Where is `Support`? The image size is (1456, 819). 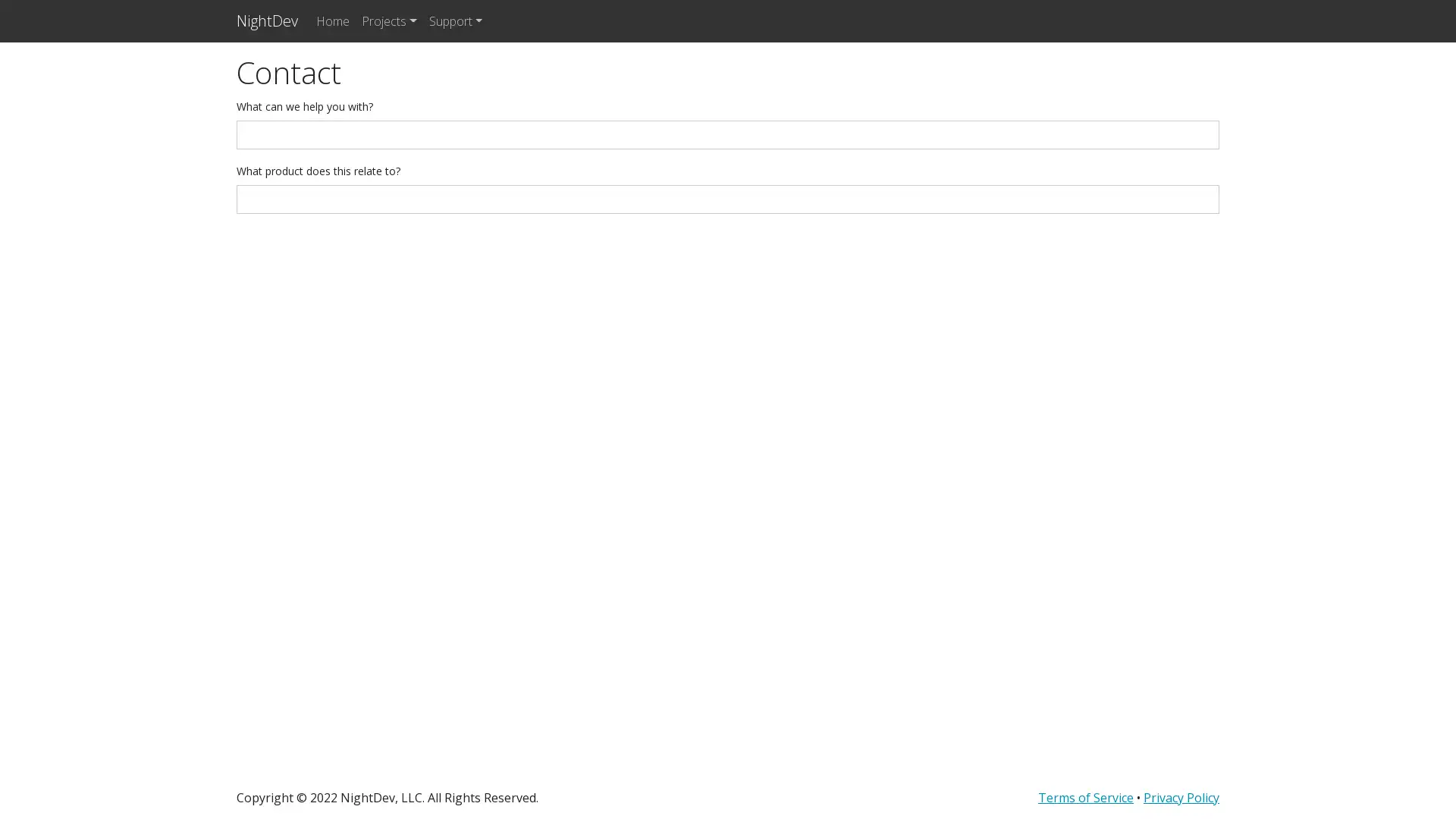
Support is located at coordinates (454, 20).